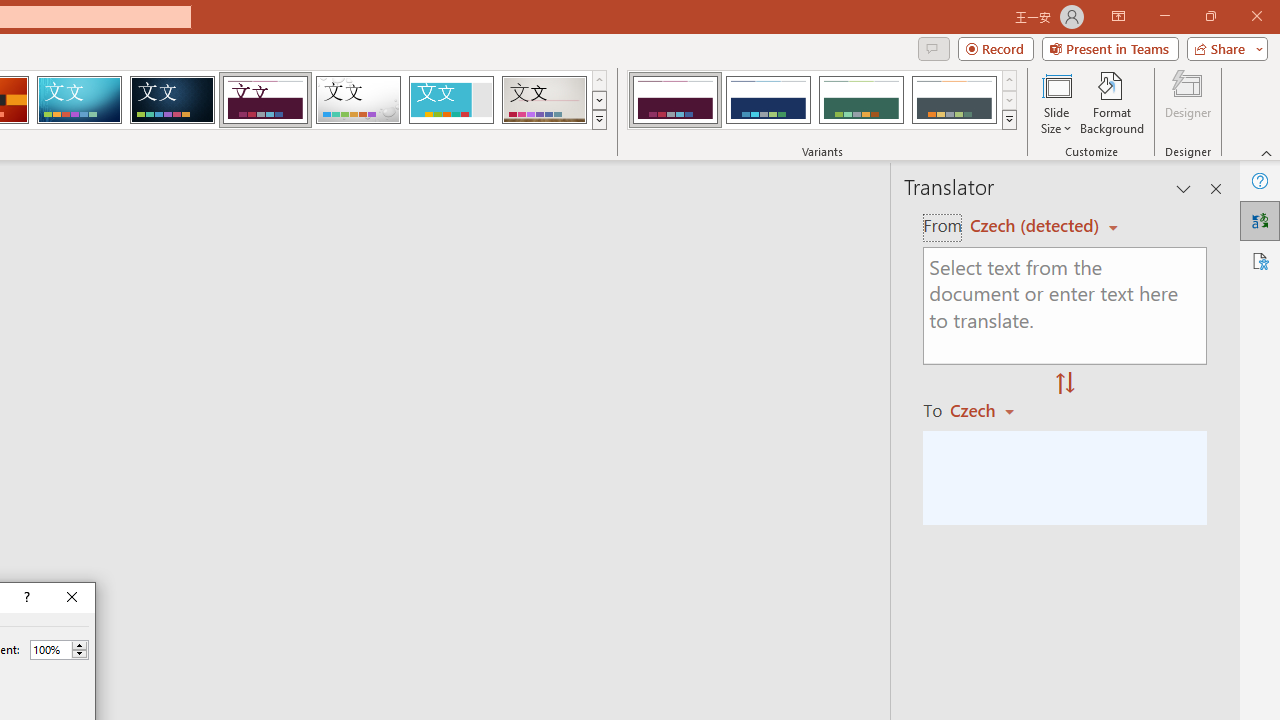 The height and width of the screenshot is (720, 1280). I want to click on 'Minimize', so click(1164, 16).